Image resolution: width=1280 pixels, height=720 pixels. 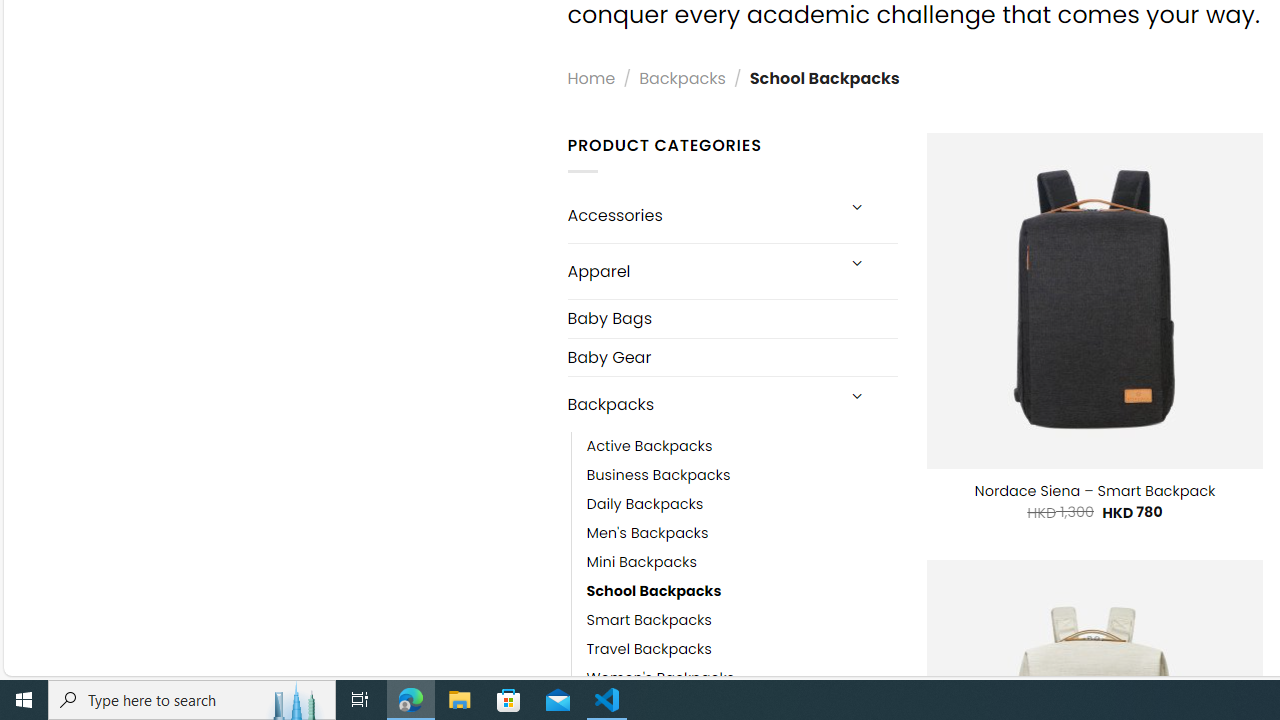 I want to click on 'Men', so click(x=647, y=532).